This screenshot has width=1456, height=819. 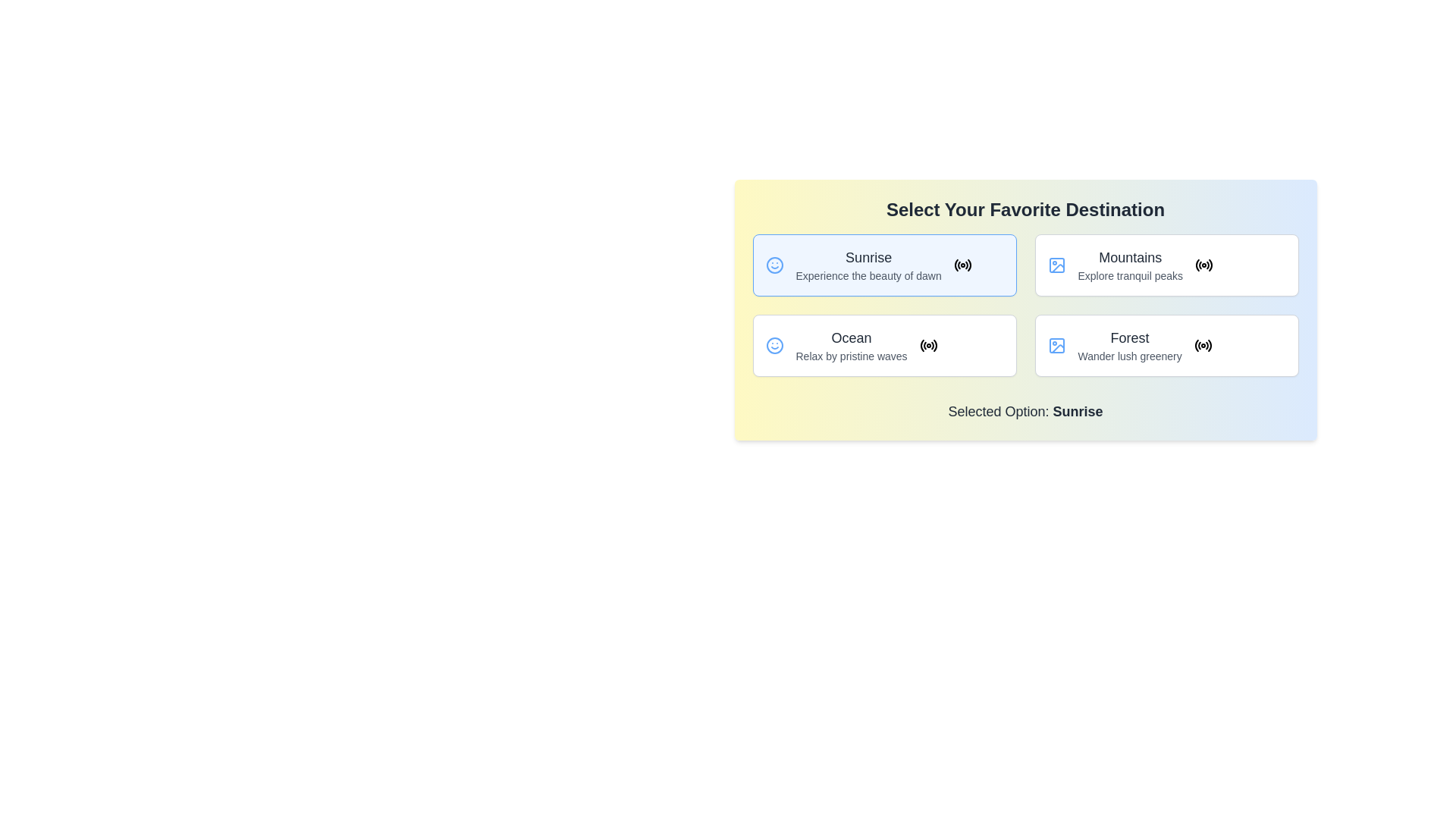 I want to click on the background rectangle of the 'Mountains' image icon in the selection UI, so click(x=1056, y=265).